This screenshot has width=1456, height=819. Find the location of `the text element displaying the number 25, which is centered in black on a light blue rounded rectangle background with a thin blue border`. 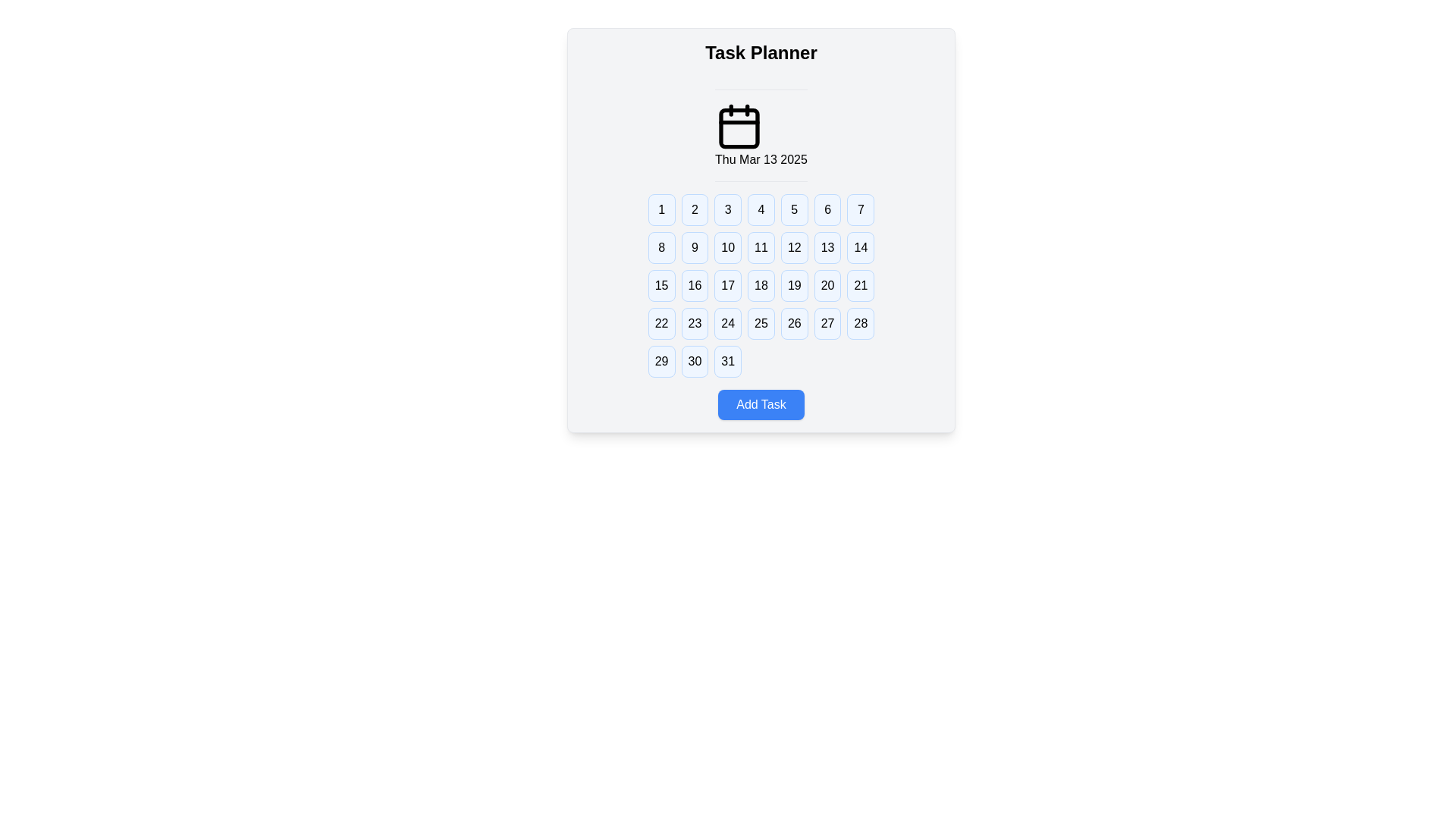

the text element displaying the number 25, which is centered in black on a light blue rounded rectangle background with a thin blue border is located at coordinates (761, 323).